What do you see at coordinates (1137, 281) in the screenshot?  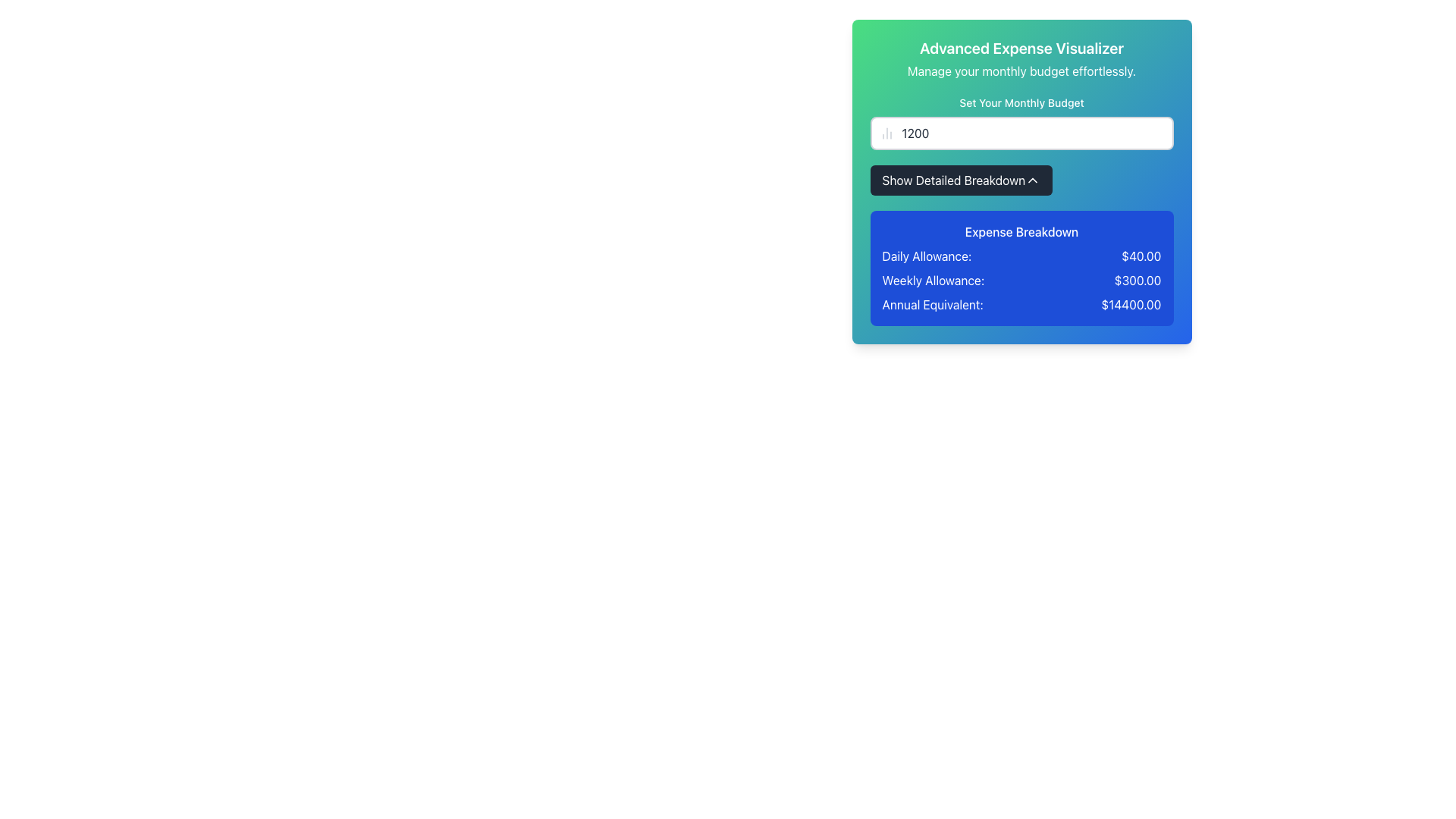 I see `the informative label indicating the weekly allowance amount, located on the right side of the 'Weekly Allowance:' label within the expense breakdown card` at bounding box center [1137, 281].